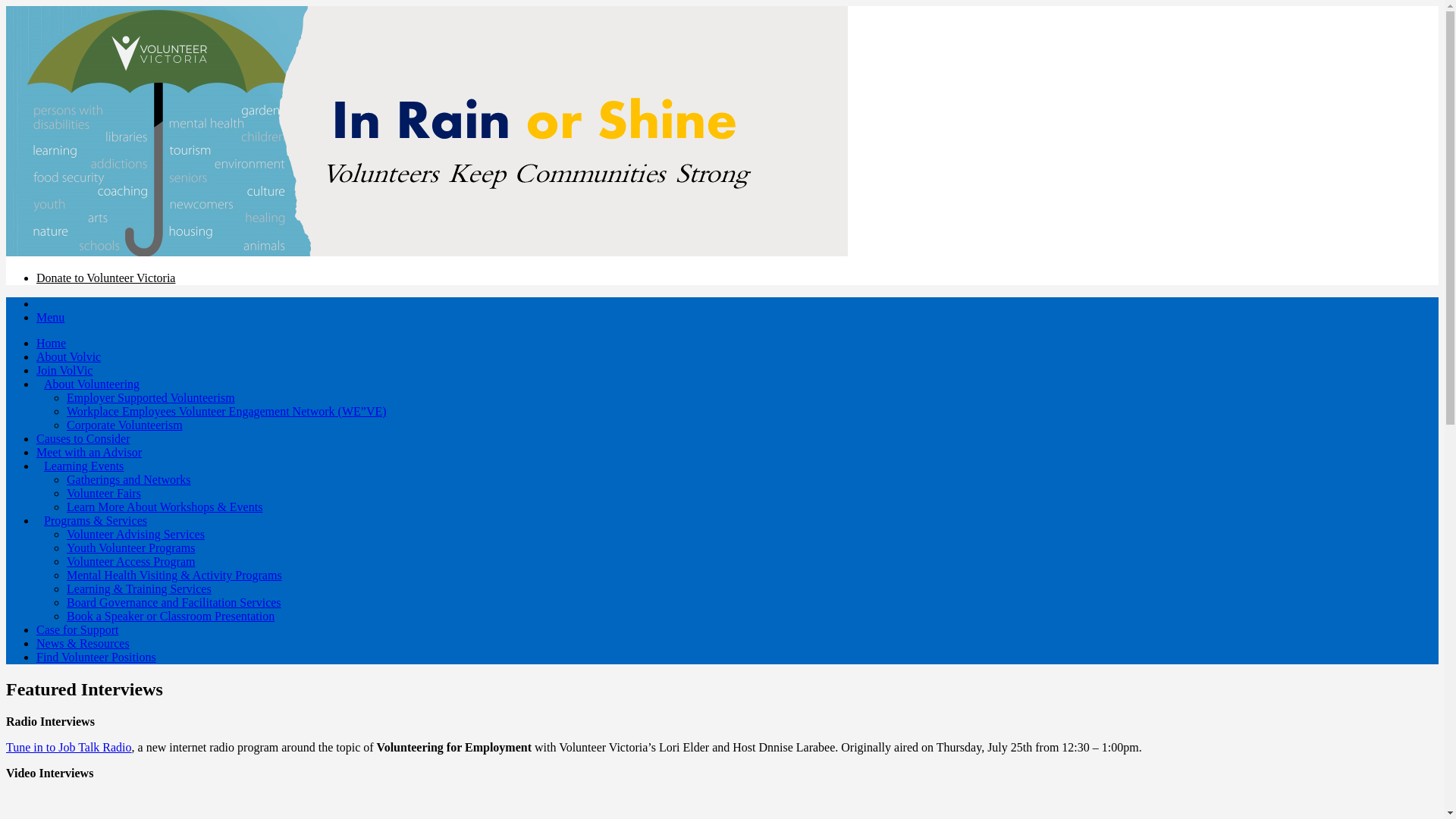  What do you see at coordinates (65, 588) in the screenshot?
I see `'Learning & Training Services'` at bounding box center [65, 588].